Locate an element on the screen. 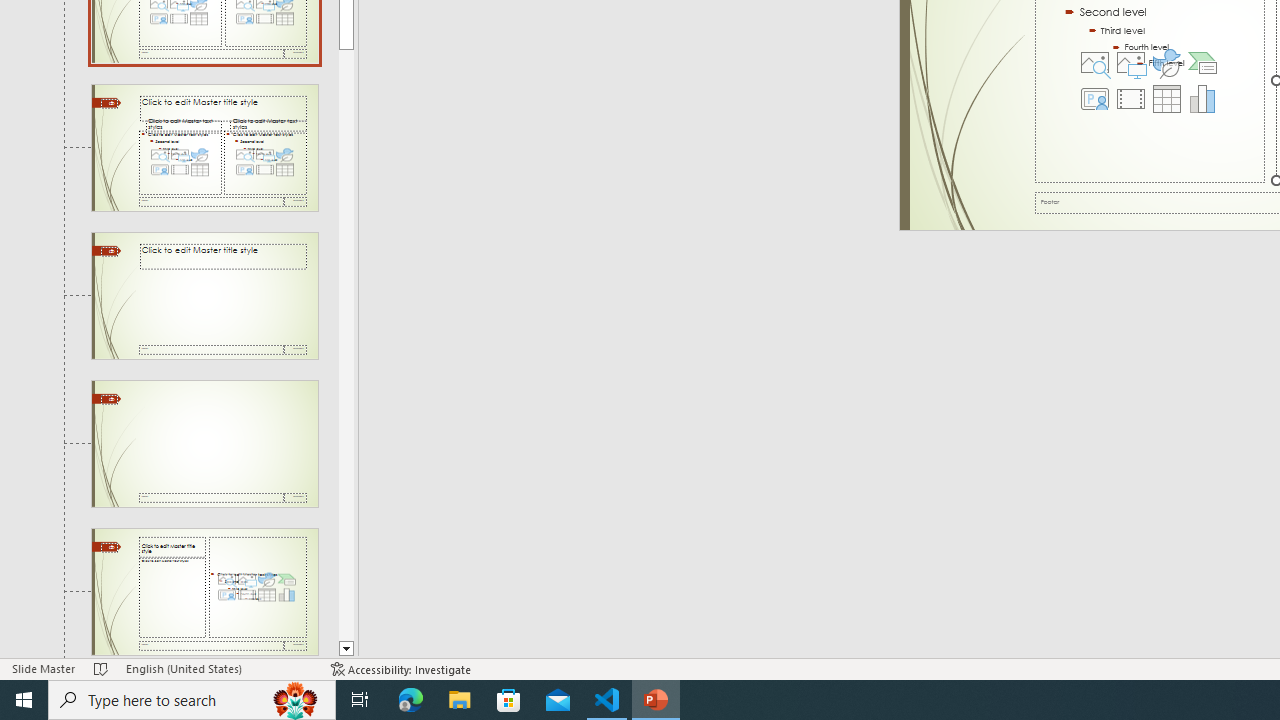 The width and height of the screenshot is (1280, 720). 'Insert an Icon' is located at coordinates (1166, 61).